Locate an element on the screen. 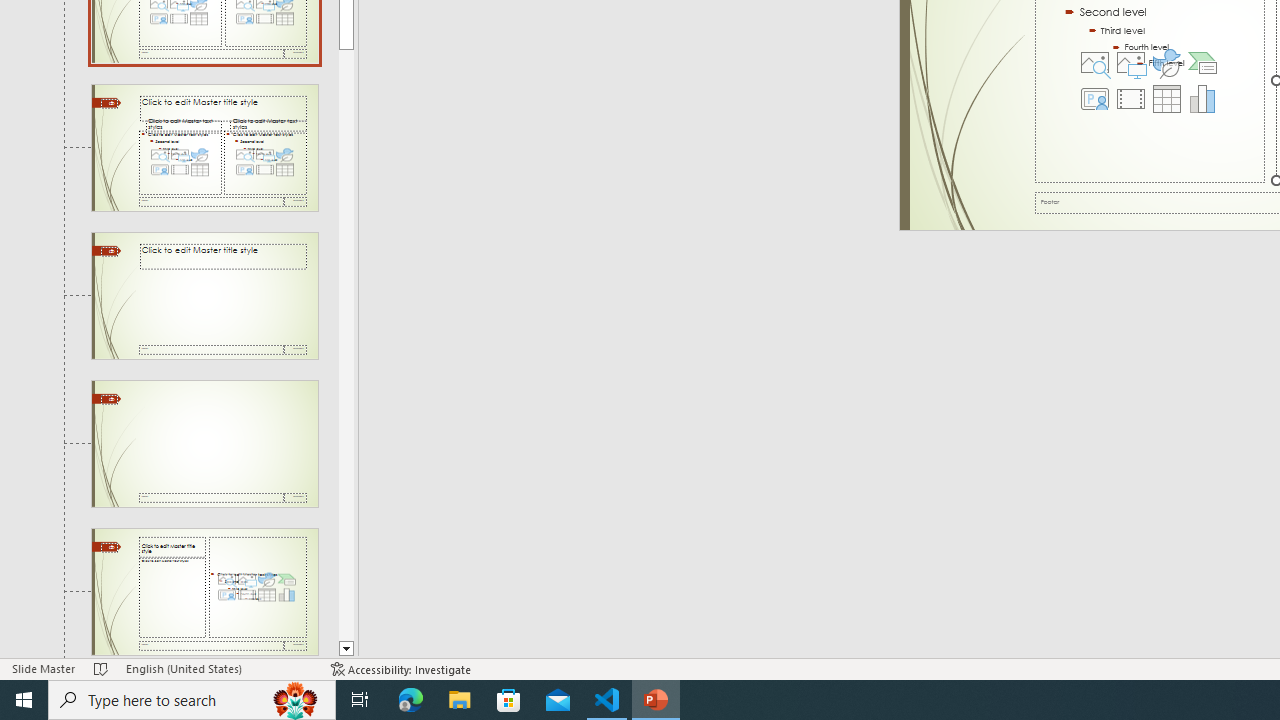 The width and height of the screenshot is (1280, 720). 'Insert an Icon' is located at coordinates (1166, 61).